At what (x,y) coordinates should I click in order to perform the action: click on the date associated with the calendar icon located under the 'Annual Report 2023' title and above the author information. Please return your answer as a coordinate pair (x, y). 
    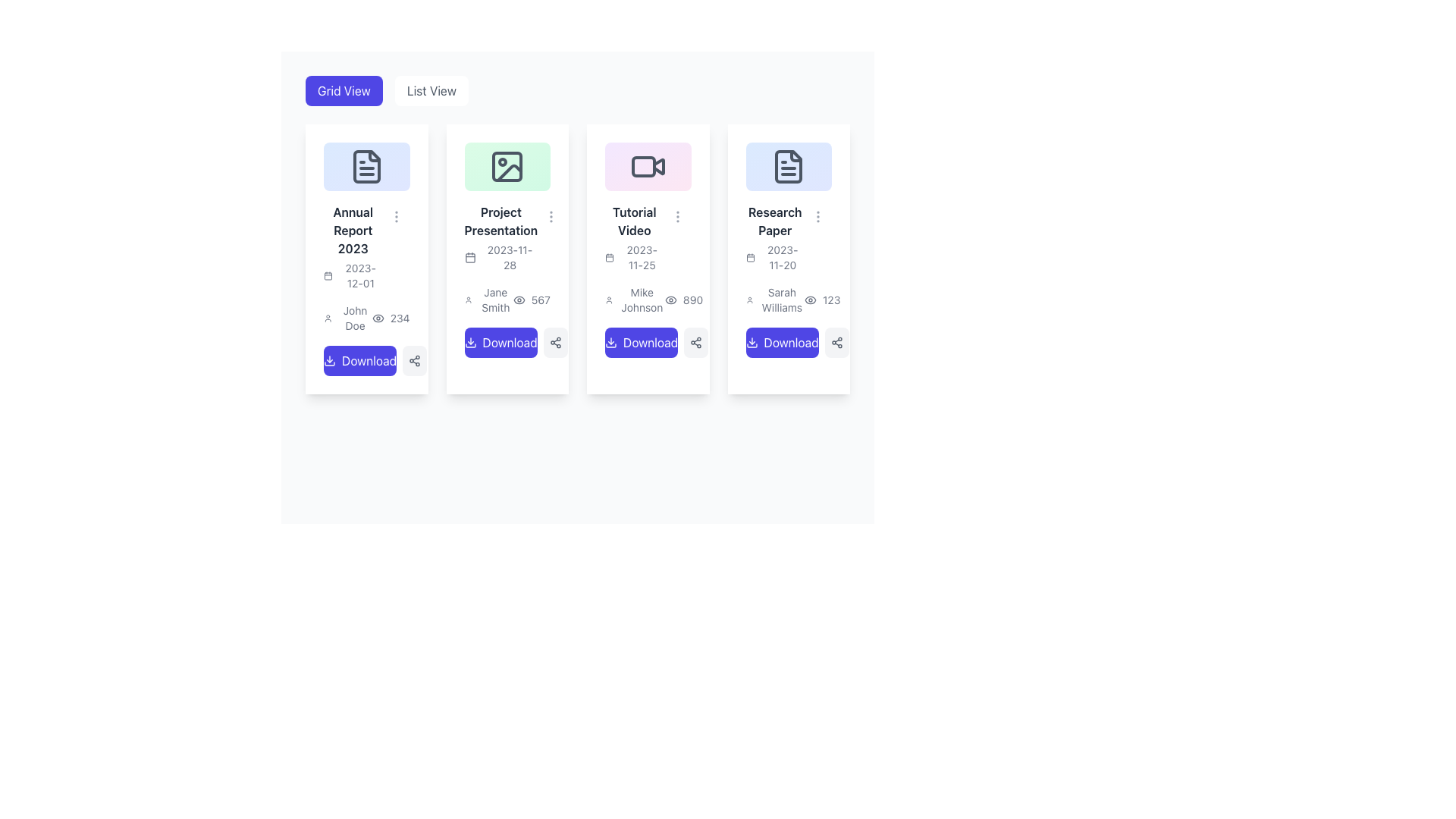
    Looking at the image, I should click on (327, 275).